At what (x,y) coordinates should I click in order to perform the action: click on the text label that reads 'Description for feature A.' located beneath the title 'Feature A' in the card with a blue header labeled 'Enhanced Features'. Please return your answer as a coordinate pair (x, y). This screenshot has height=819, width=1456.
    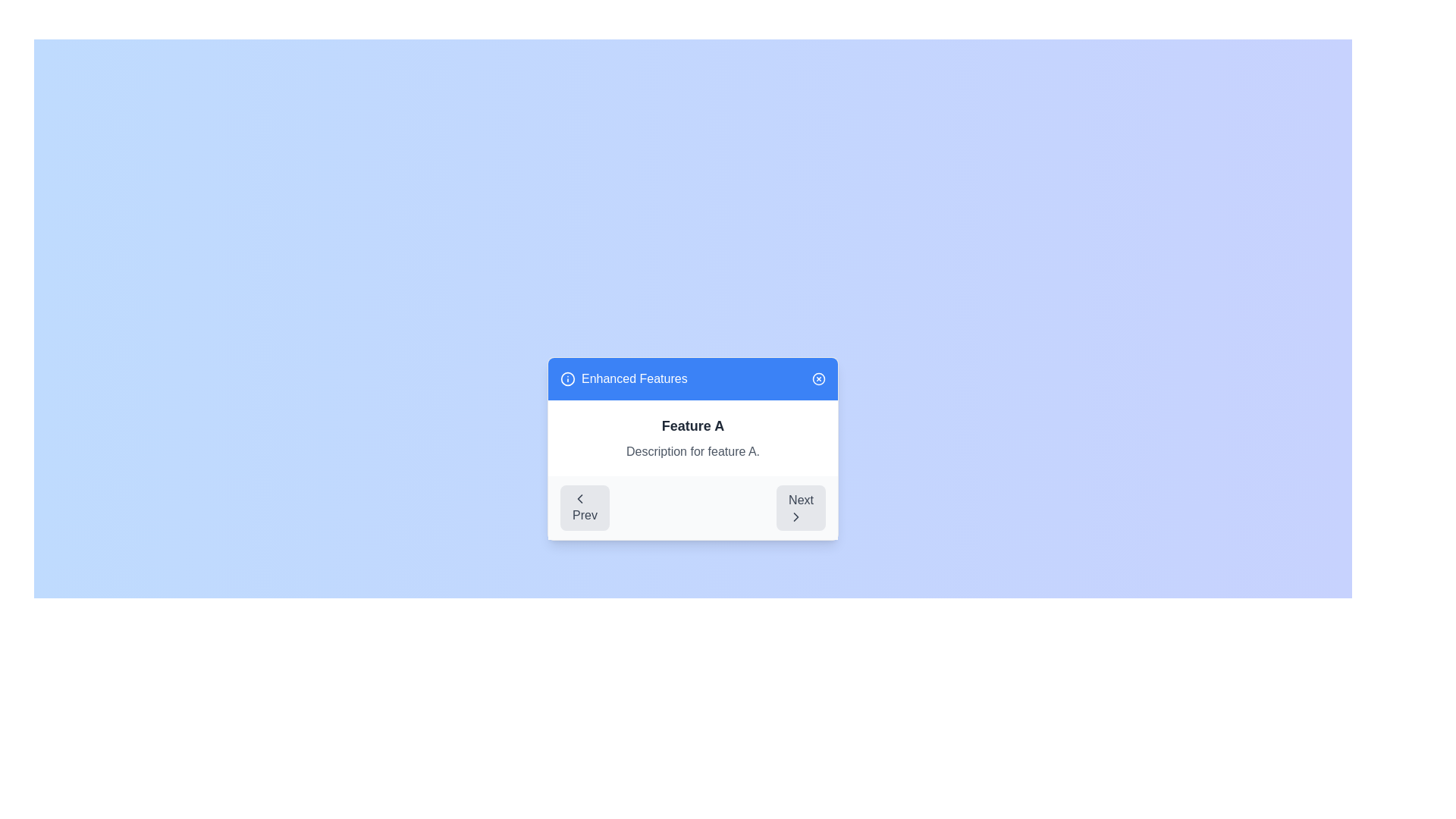
    Looking at the image, I should click on (692, 451).